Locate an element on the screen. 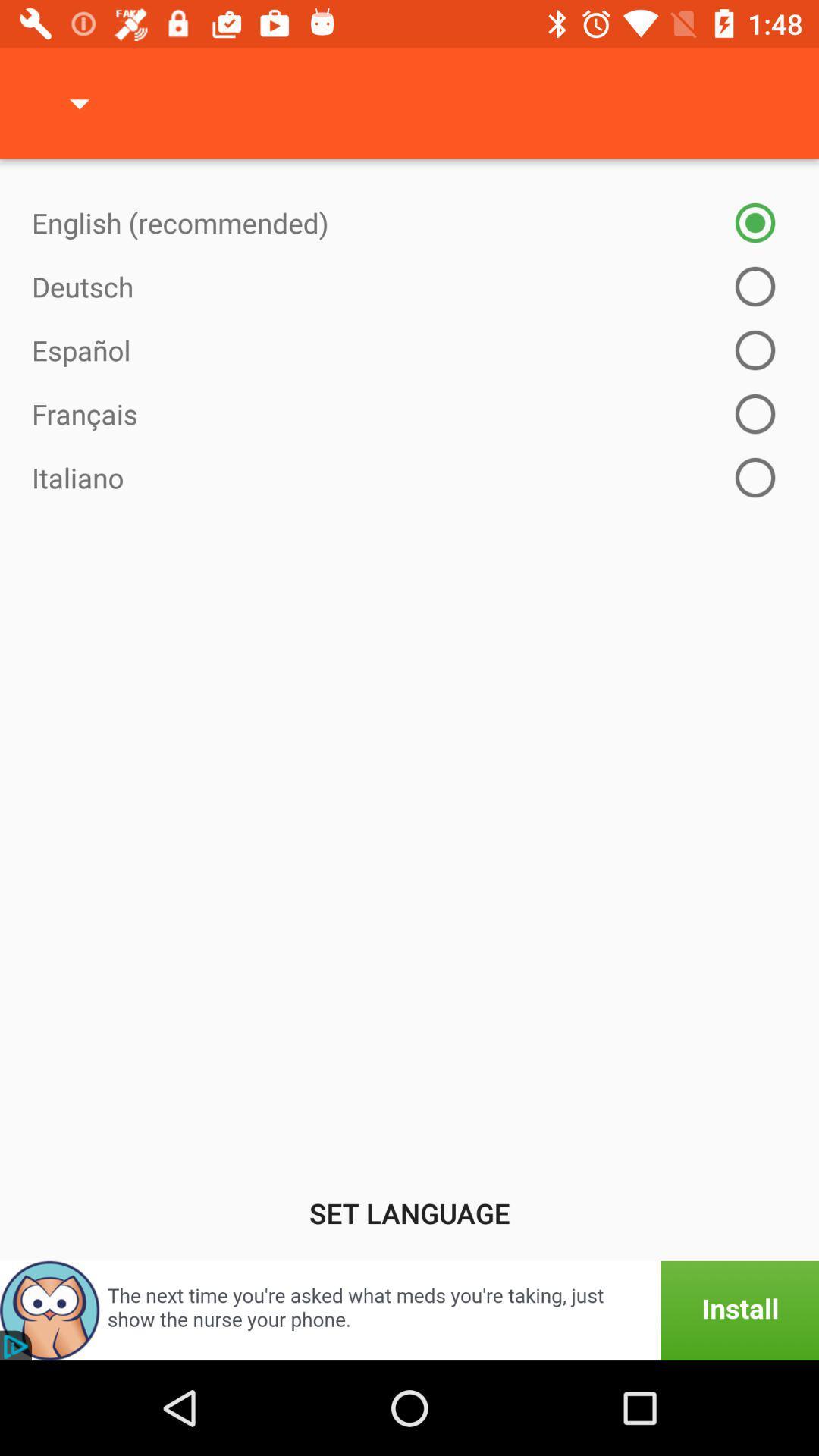  install the app is located at coordinates (409, 1310).